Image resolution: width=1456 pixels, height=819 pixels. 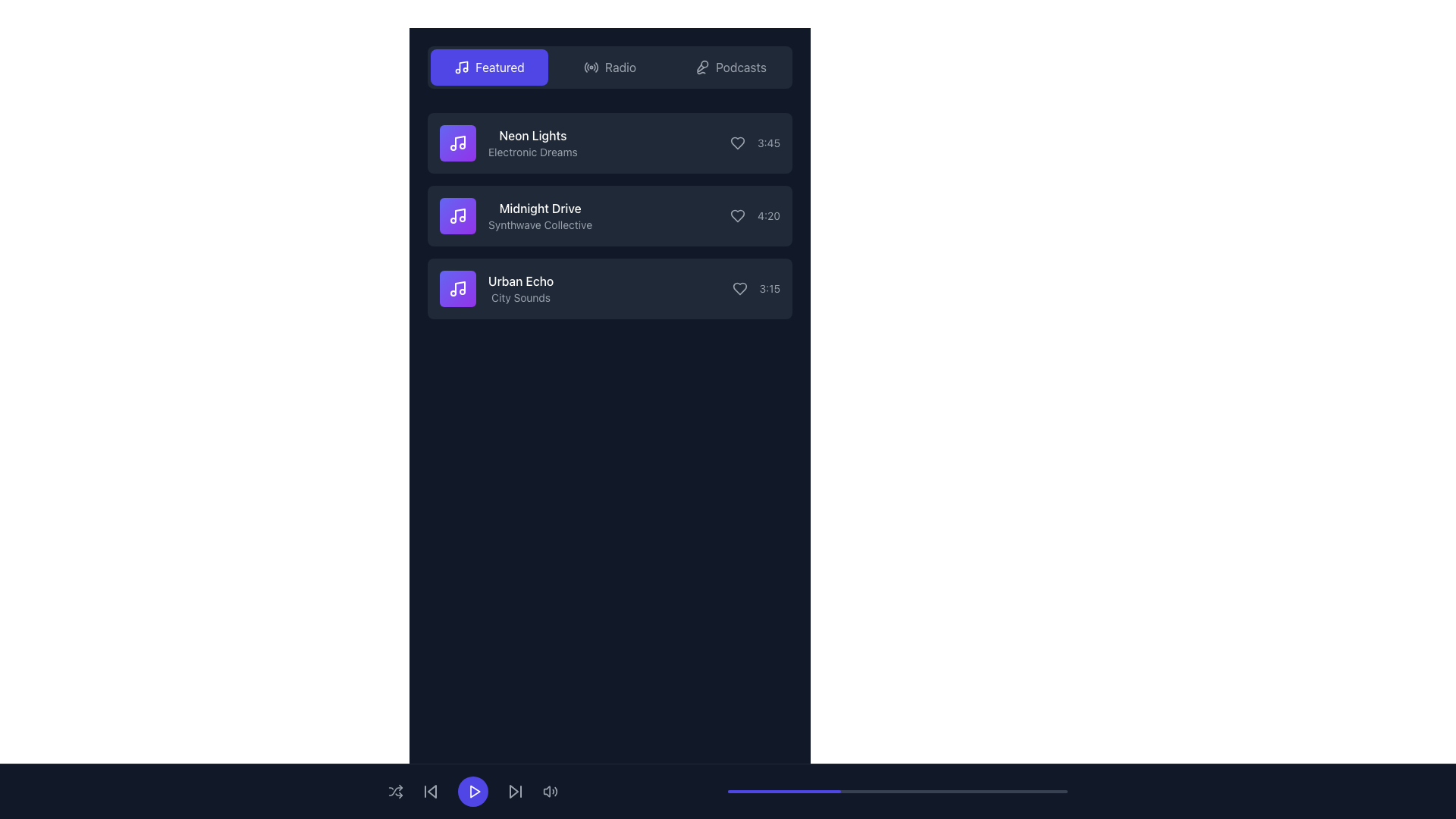 I want to click on the 'skip back' button located at the bottom of the interface to change its color, so click(x=429, y=791).